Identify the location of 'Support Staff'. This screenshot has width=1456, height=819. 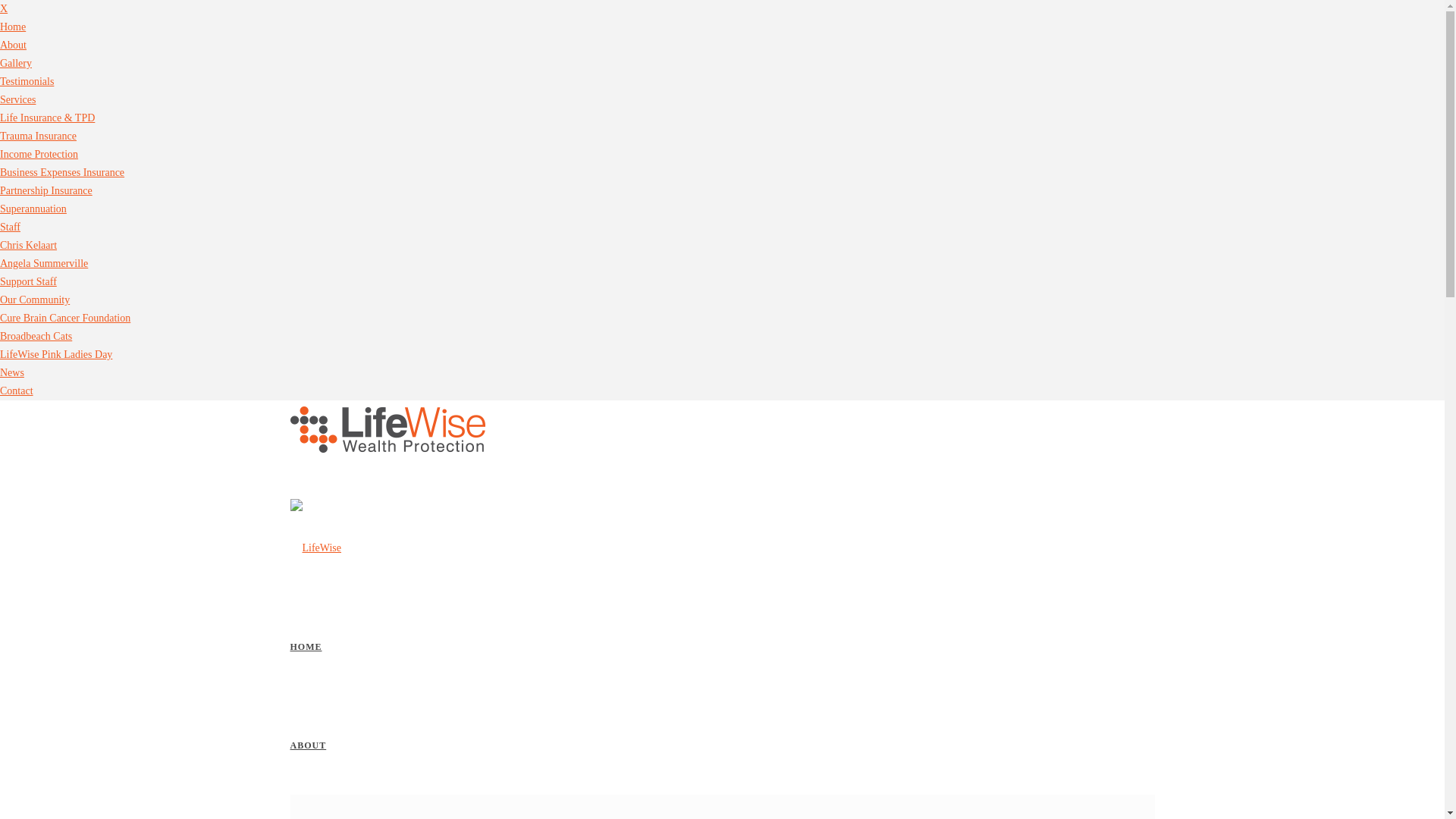
(28, 281).